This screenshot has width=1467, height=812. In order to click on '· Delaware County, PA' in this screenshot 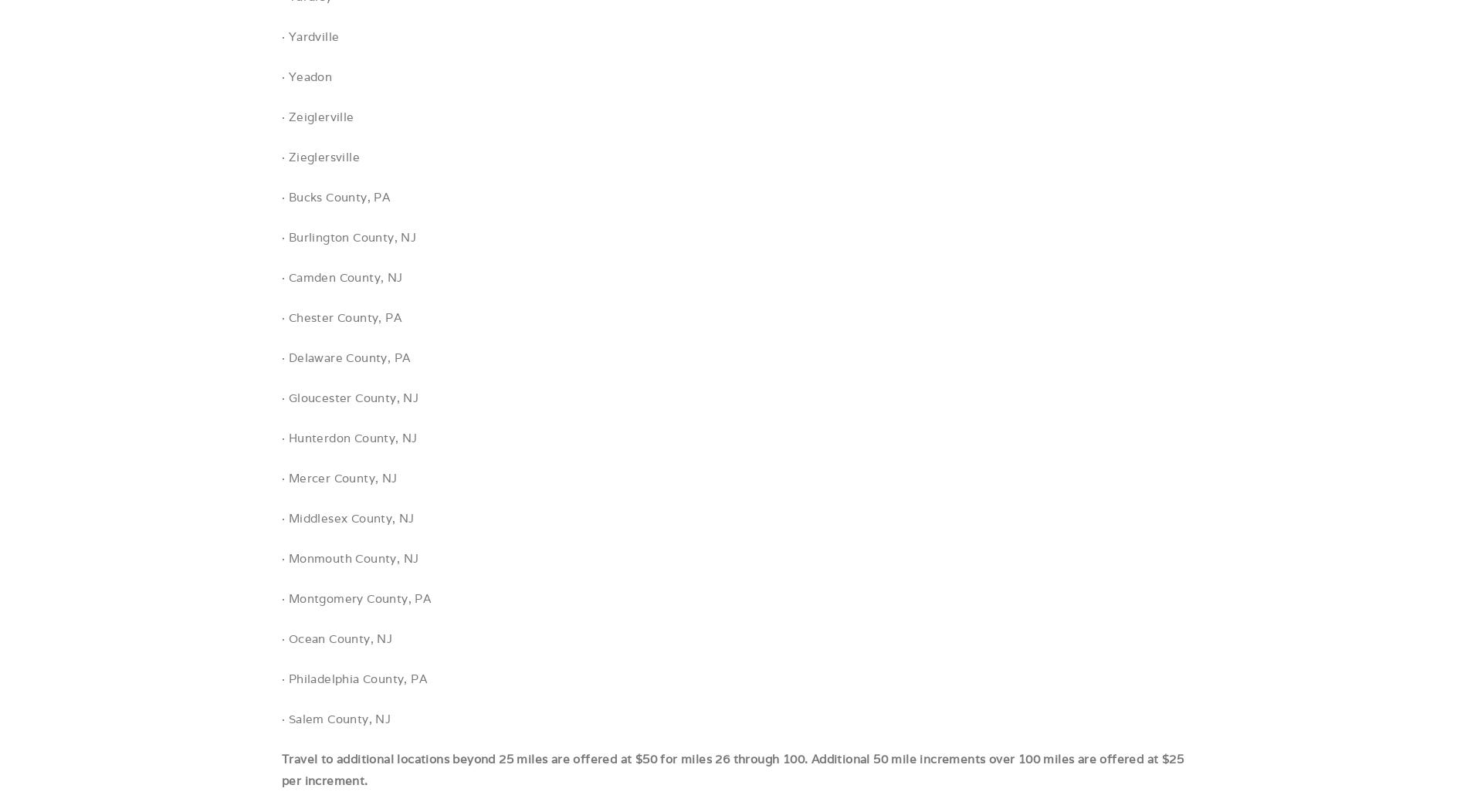, I will do `click(345, 357)`.